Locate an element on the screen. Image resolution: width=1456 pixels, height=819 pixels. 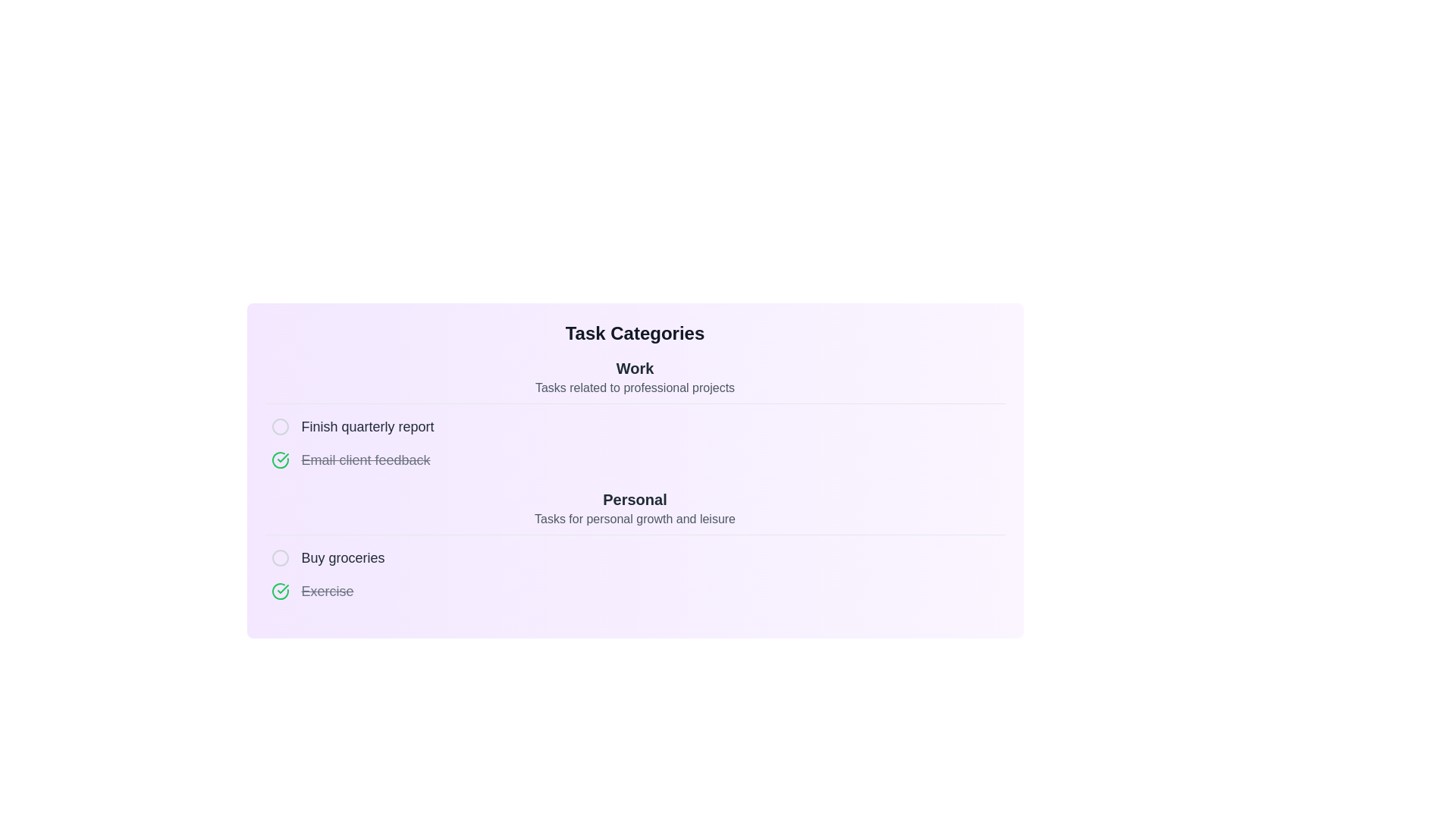
the 'Buy groceries' task label with an associated radio indicator, located in the 'Personal' section of the to-do list is located at coordinates (327, 558).